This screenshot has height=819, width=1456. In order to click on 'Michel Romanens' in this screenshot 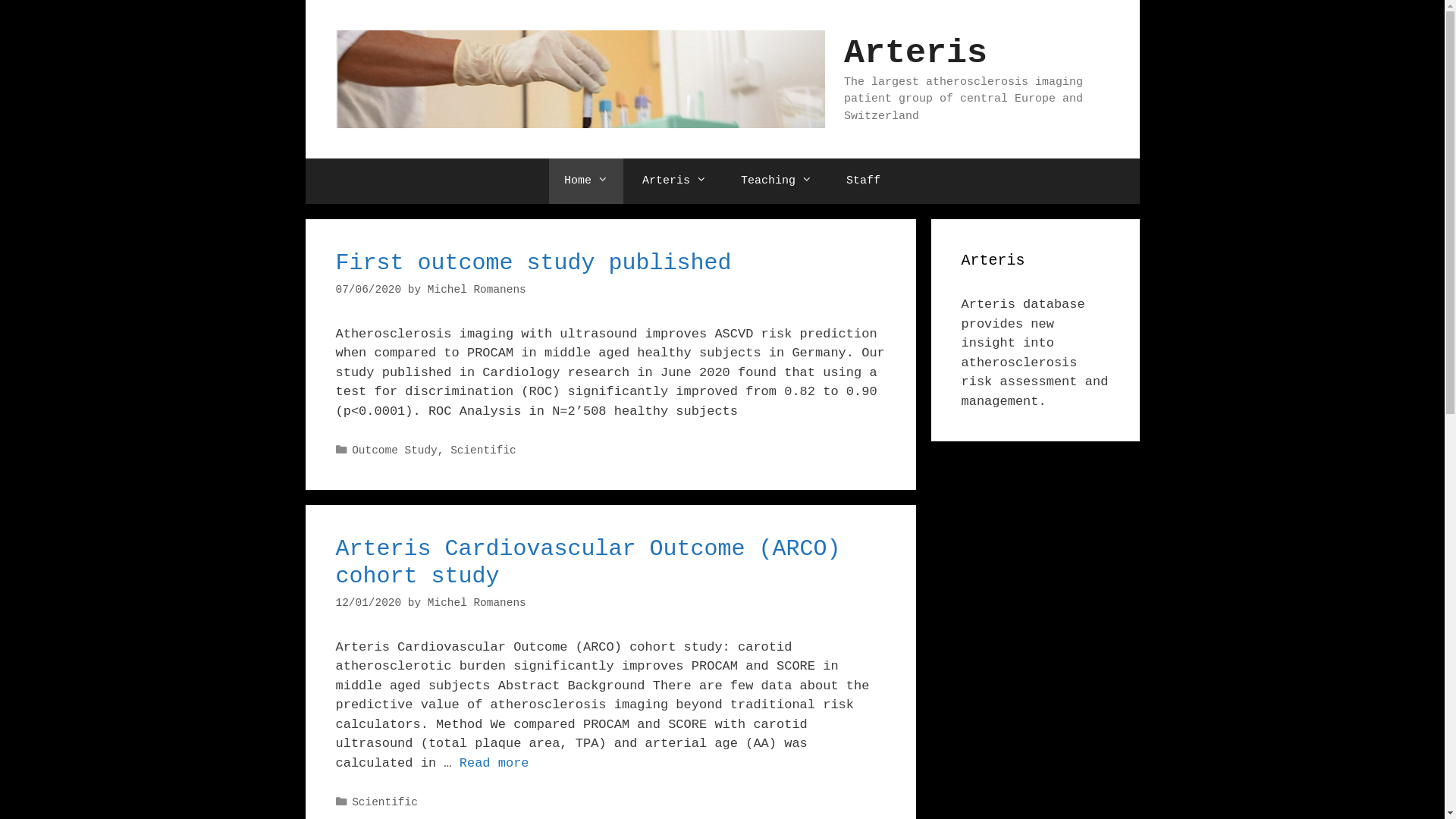, I will do `click(475, 289)`.